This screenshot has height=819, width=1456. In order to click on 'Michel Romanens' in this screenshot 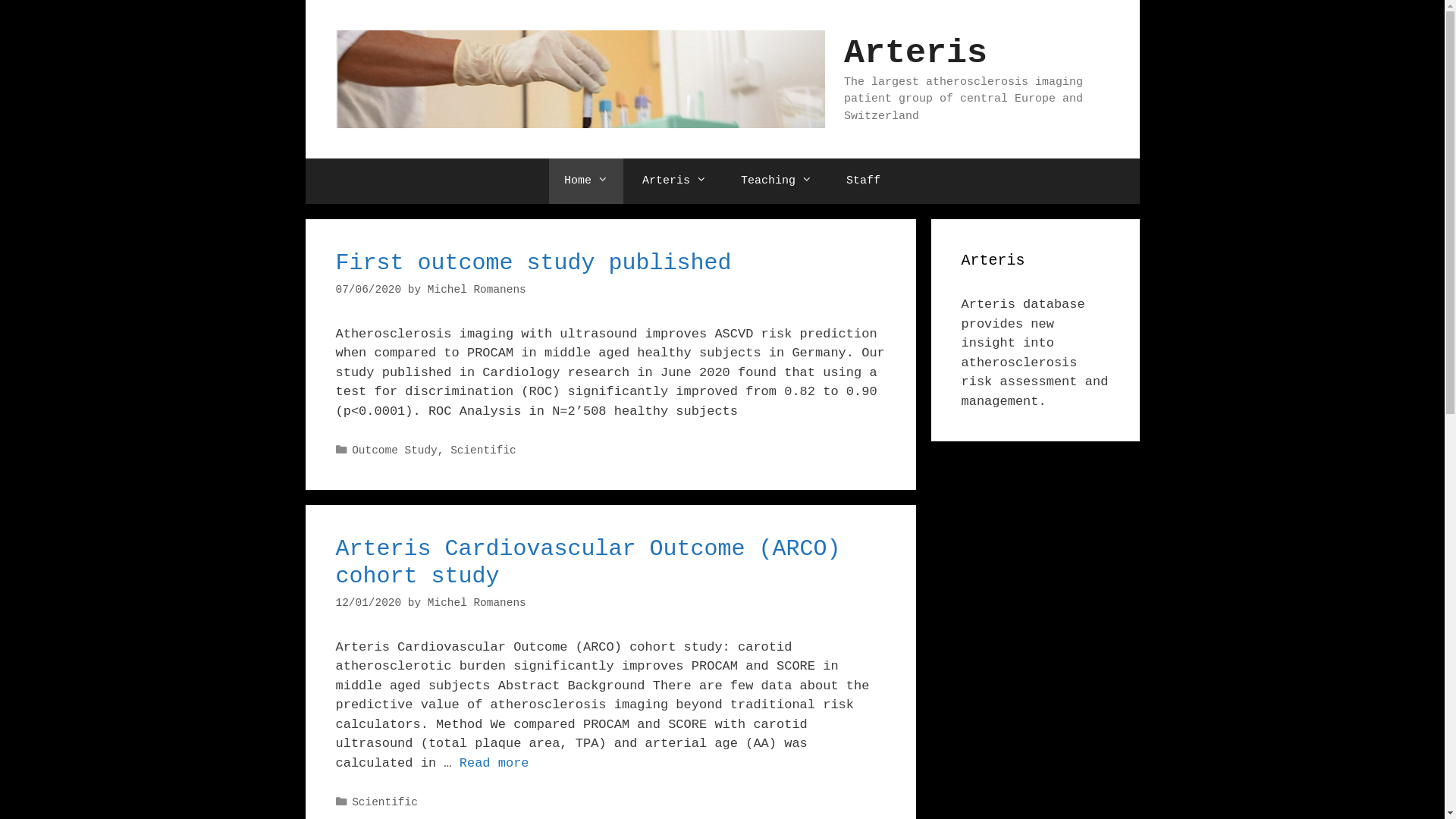, I will do `click(475, 289)`.